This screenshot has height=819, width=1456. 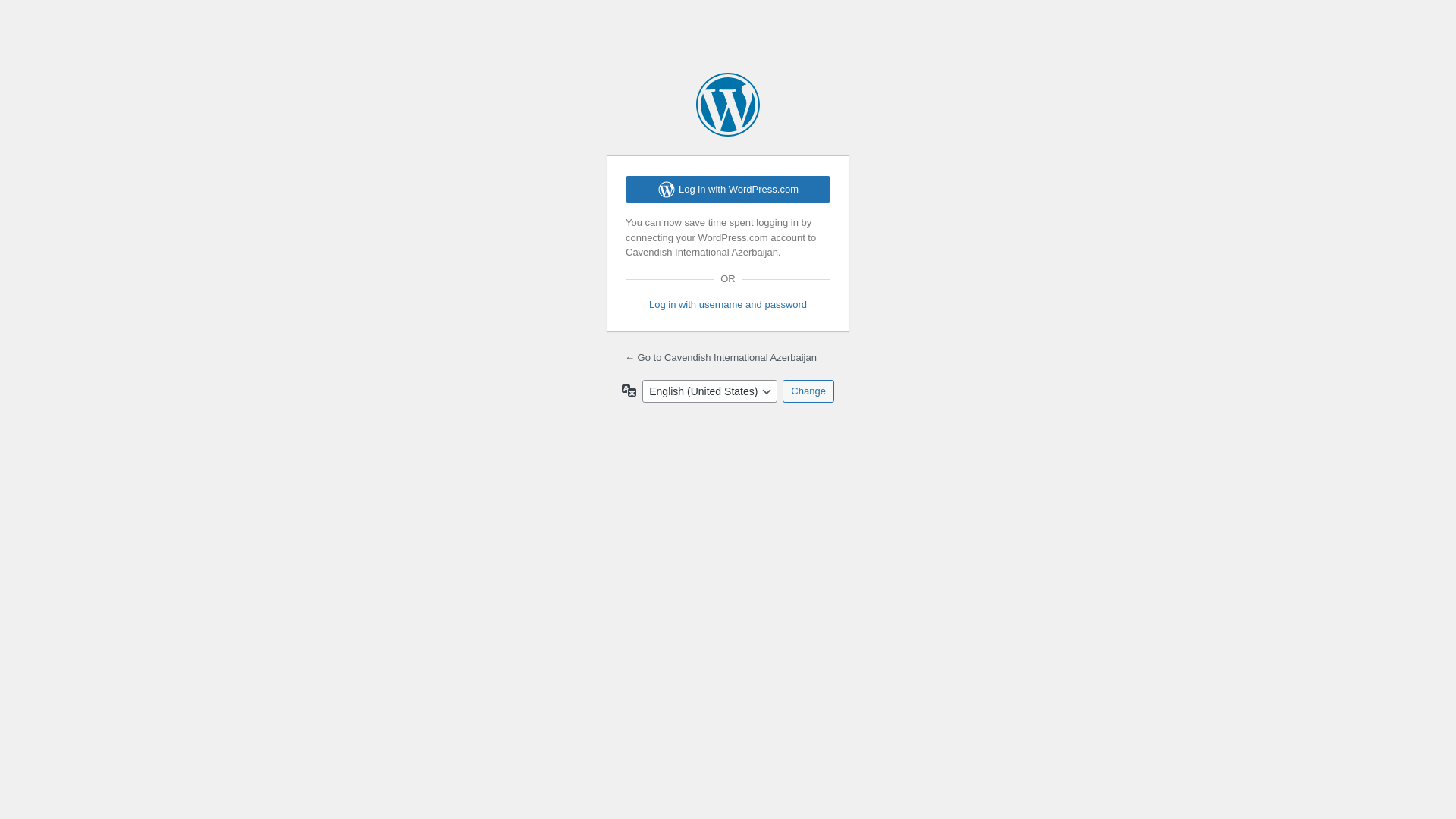 I want to click on 'Log in with username and password', so click(x=728, y=304).